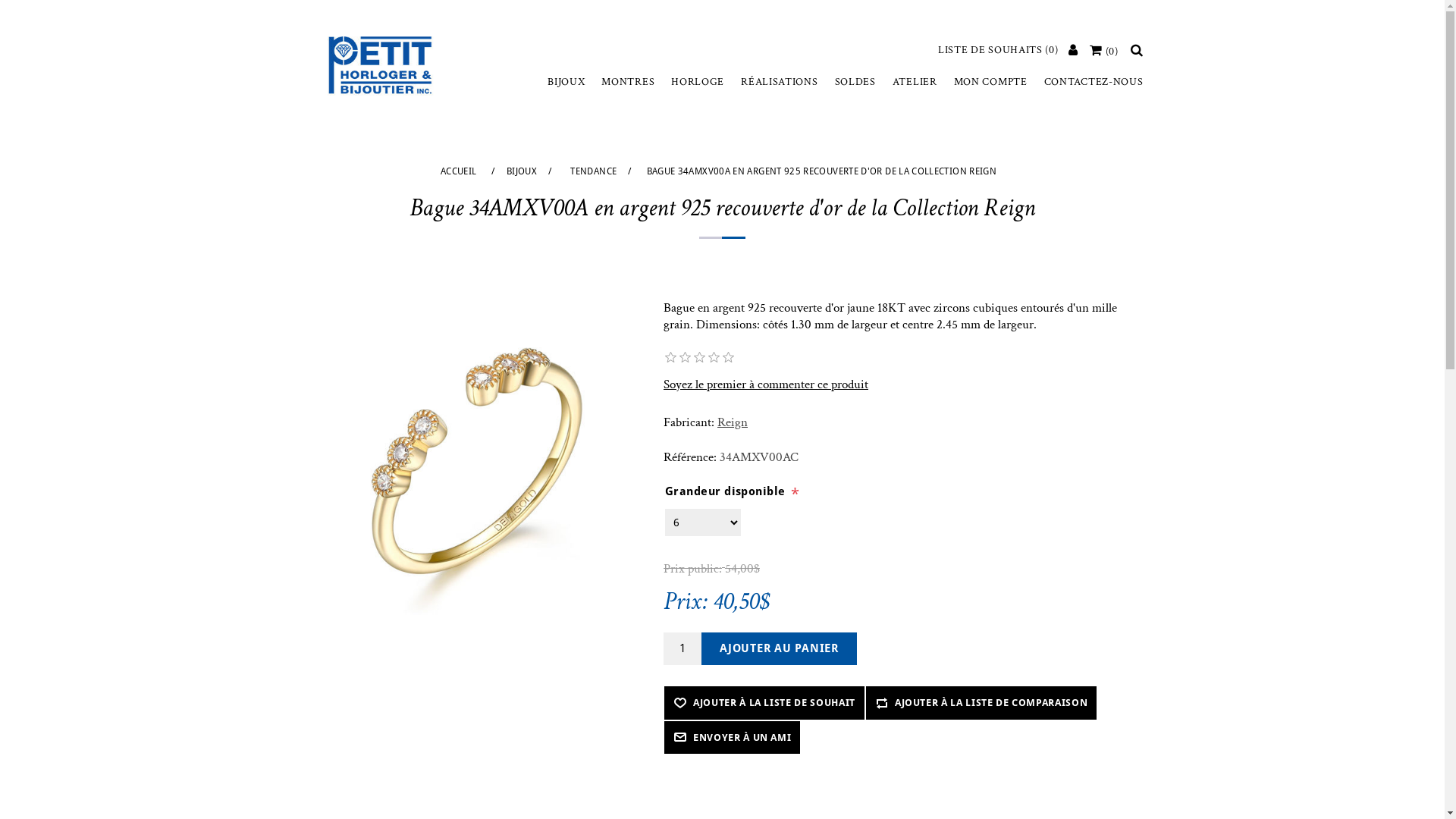 The height and width of the screenshot is (819, 1456). Describe the element at coordinates (914, 82) in the screenshot. I see `'ATELIER'` at that location.